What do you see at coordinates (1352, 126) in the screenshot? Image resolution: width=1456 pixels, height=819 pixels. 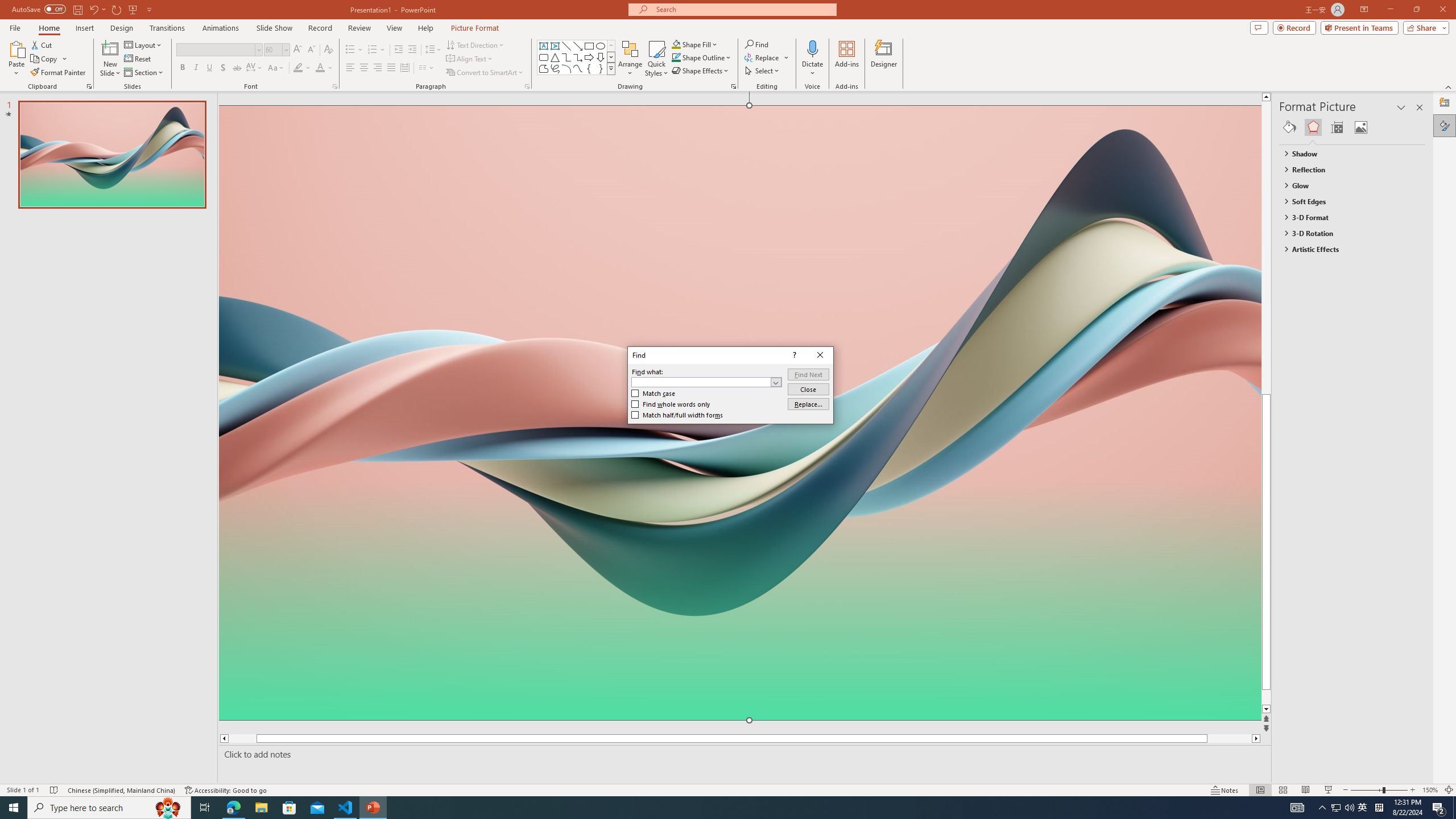 I see `'Class: NetUIGalleryContainer'` at bounding box center [1352, 126].